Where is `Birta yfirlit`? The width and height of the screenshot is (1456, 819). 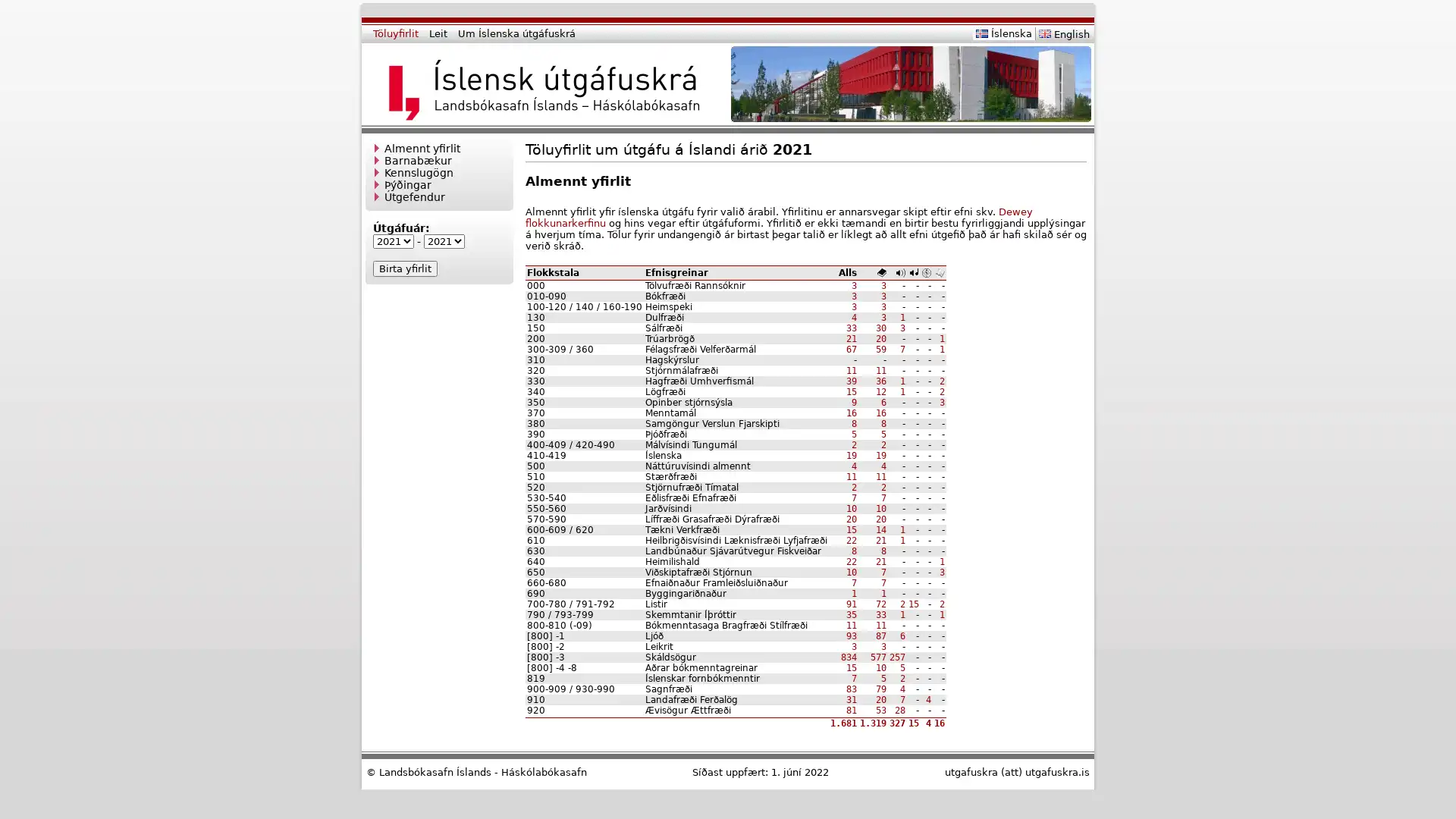
Birta yfirlit is located at coordinates (405, 268).